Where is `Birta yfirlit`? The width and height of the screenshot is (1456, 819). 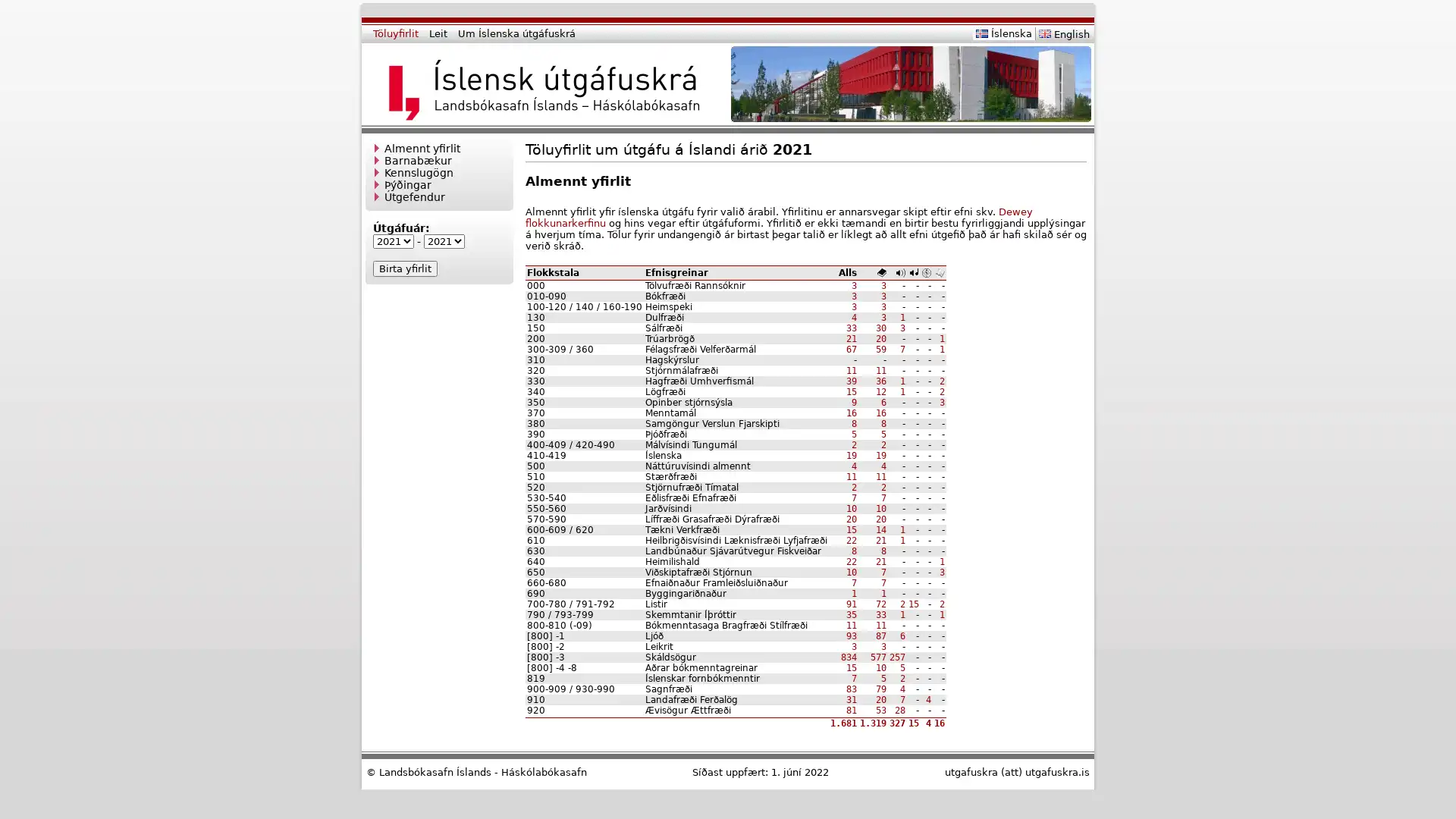
Birta yfirlit is located at coordinates (405, 268).